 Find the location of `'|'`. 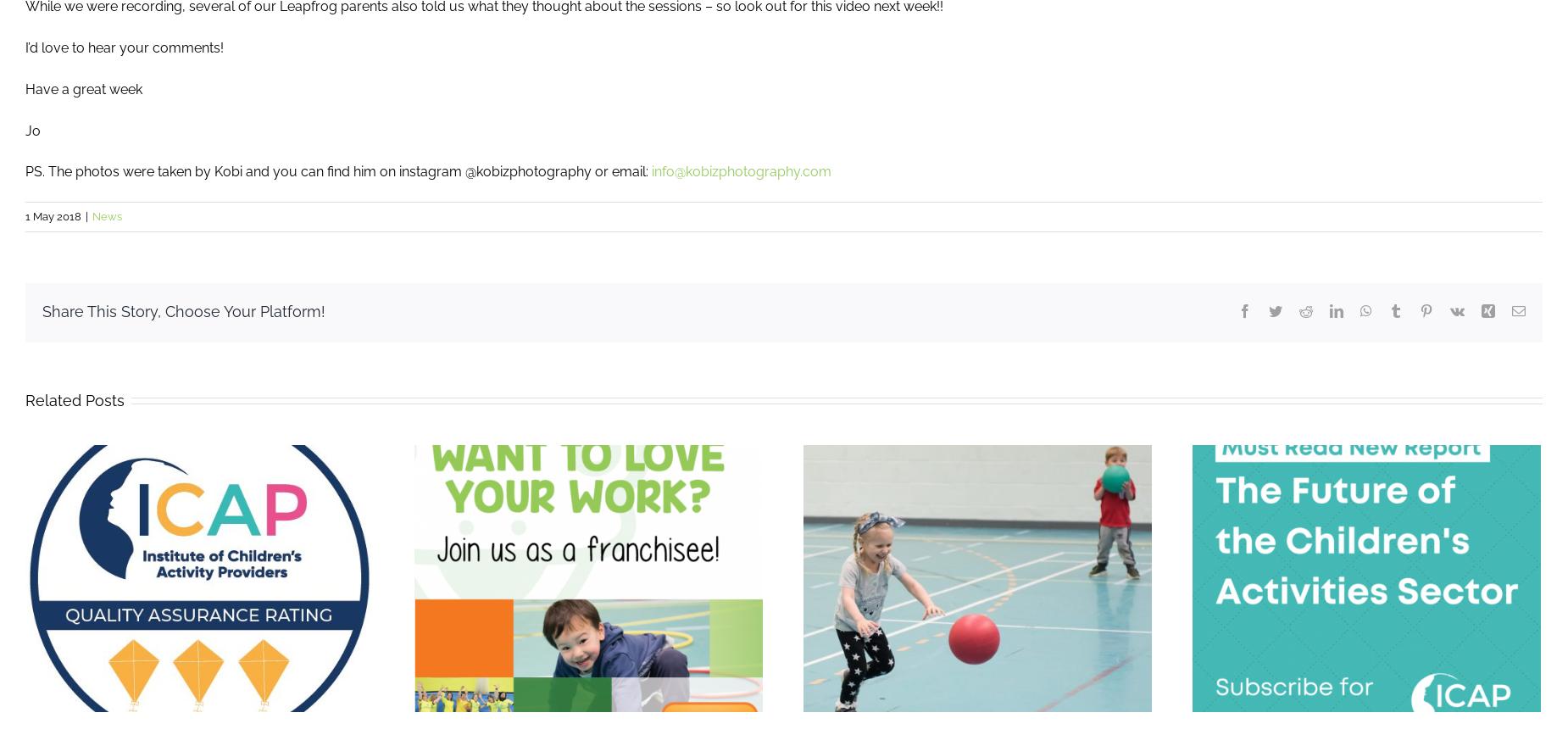

'|' is located at coordinates (86, 215).